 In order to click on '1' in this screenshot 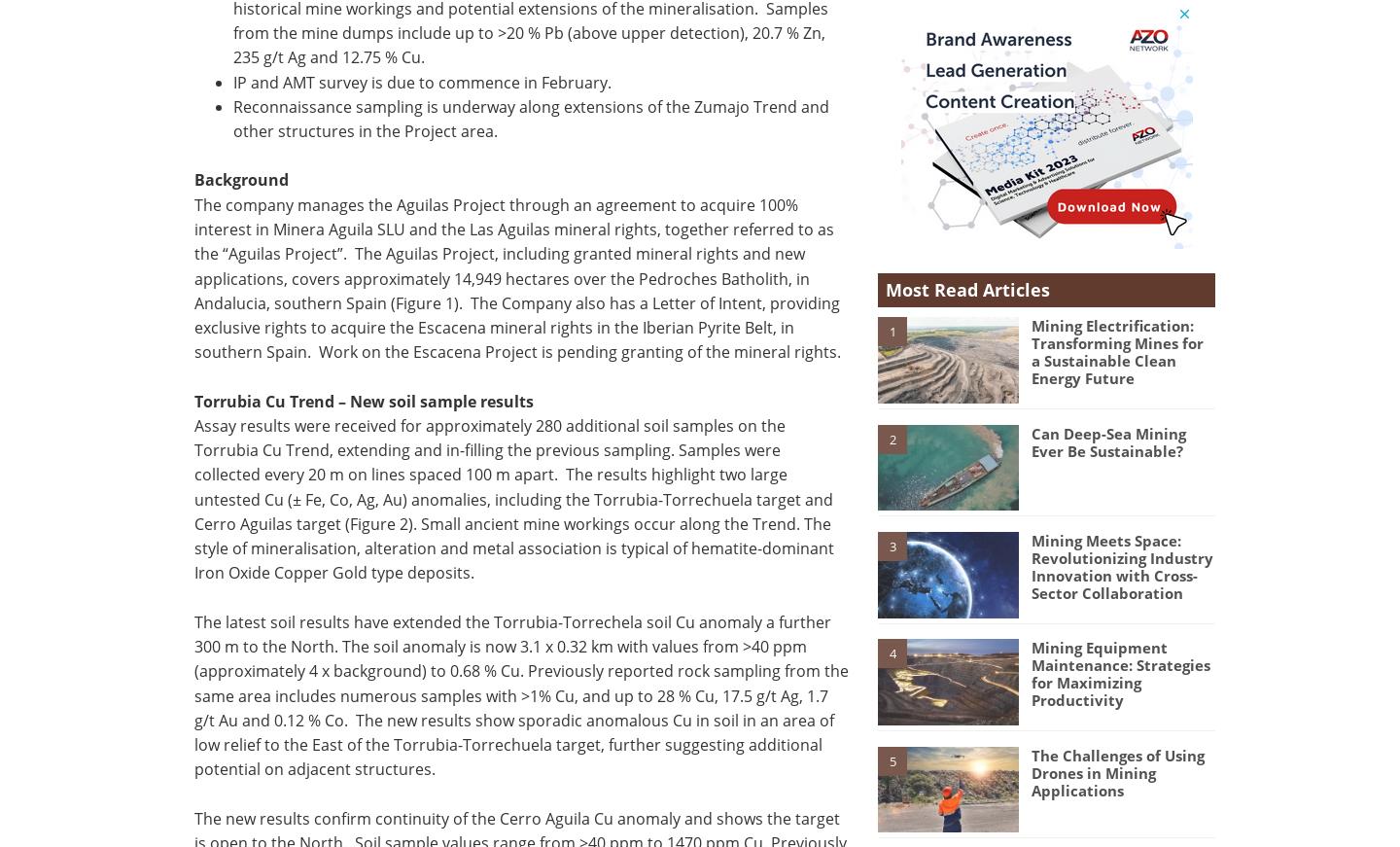, I will do `click(888, 330)`.